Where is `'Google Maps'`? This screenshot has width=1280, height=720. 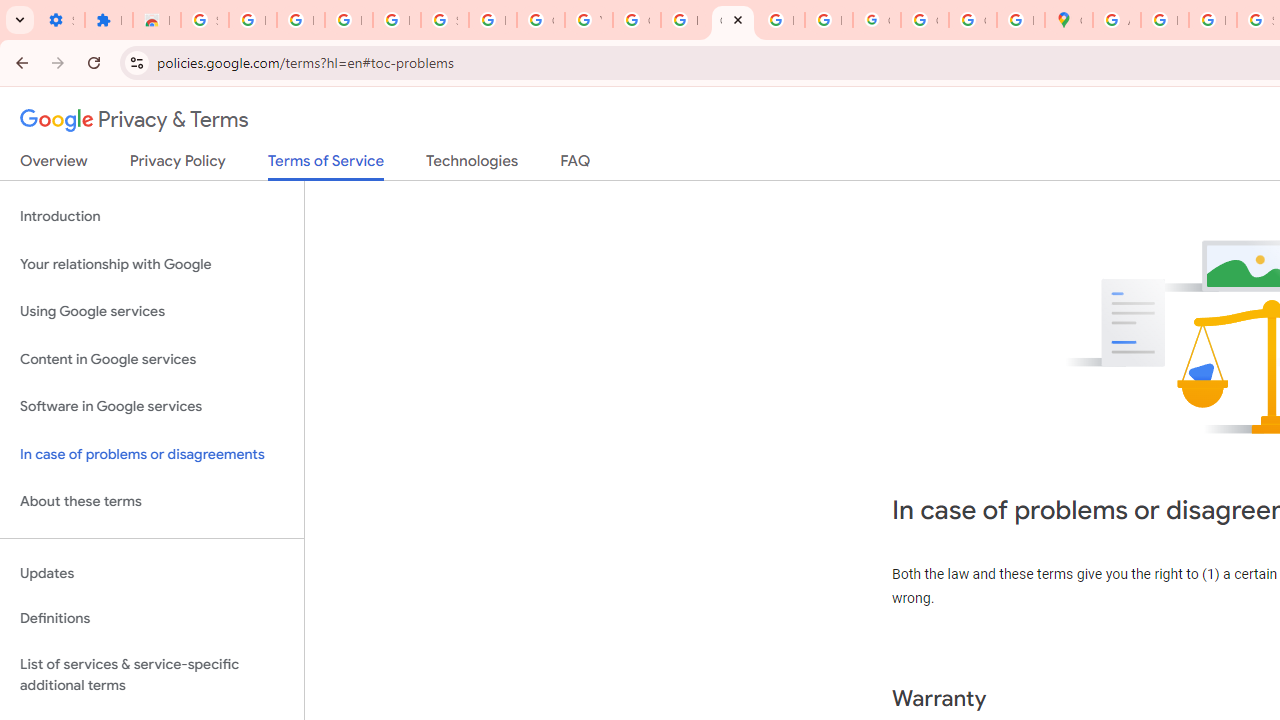
'Google Maps' is located at coordinates (1067, 20).